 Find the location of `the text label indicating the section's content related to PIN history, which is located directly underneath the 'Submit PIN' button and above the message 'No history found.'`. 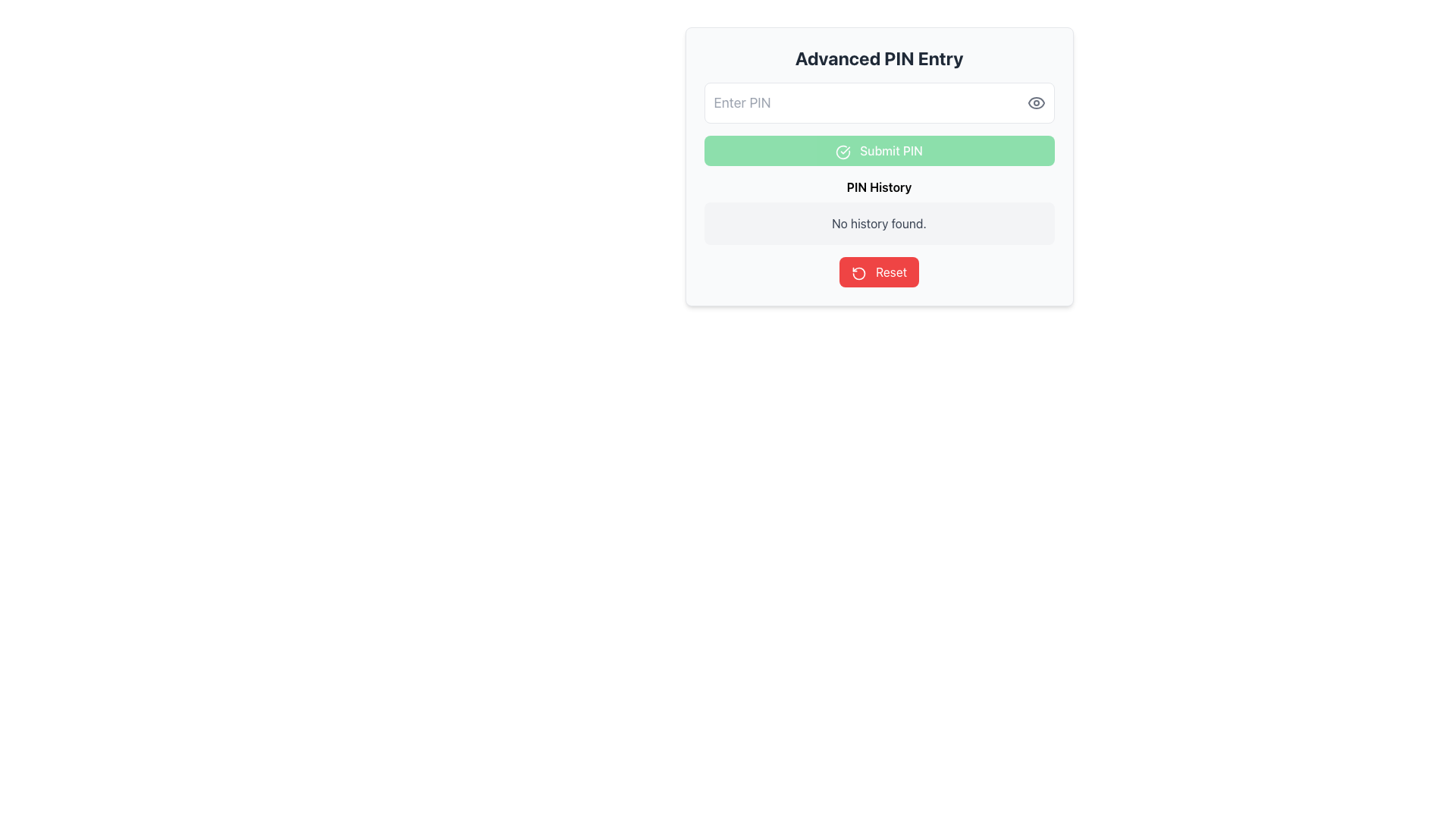

the text label indicating the section's content related to PIN history, which is located directly underneath the 'Submit PIN' button and above the message 'No history found.' is located at coordinates (879, 186).